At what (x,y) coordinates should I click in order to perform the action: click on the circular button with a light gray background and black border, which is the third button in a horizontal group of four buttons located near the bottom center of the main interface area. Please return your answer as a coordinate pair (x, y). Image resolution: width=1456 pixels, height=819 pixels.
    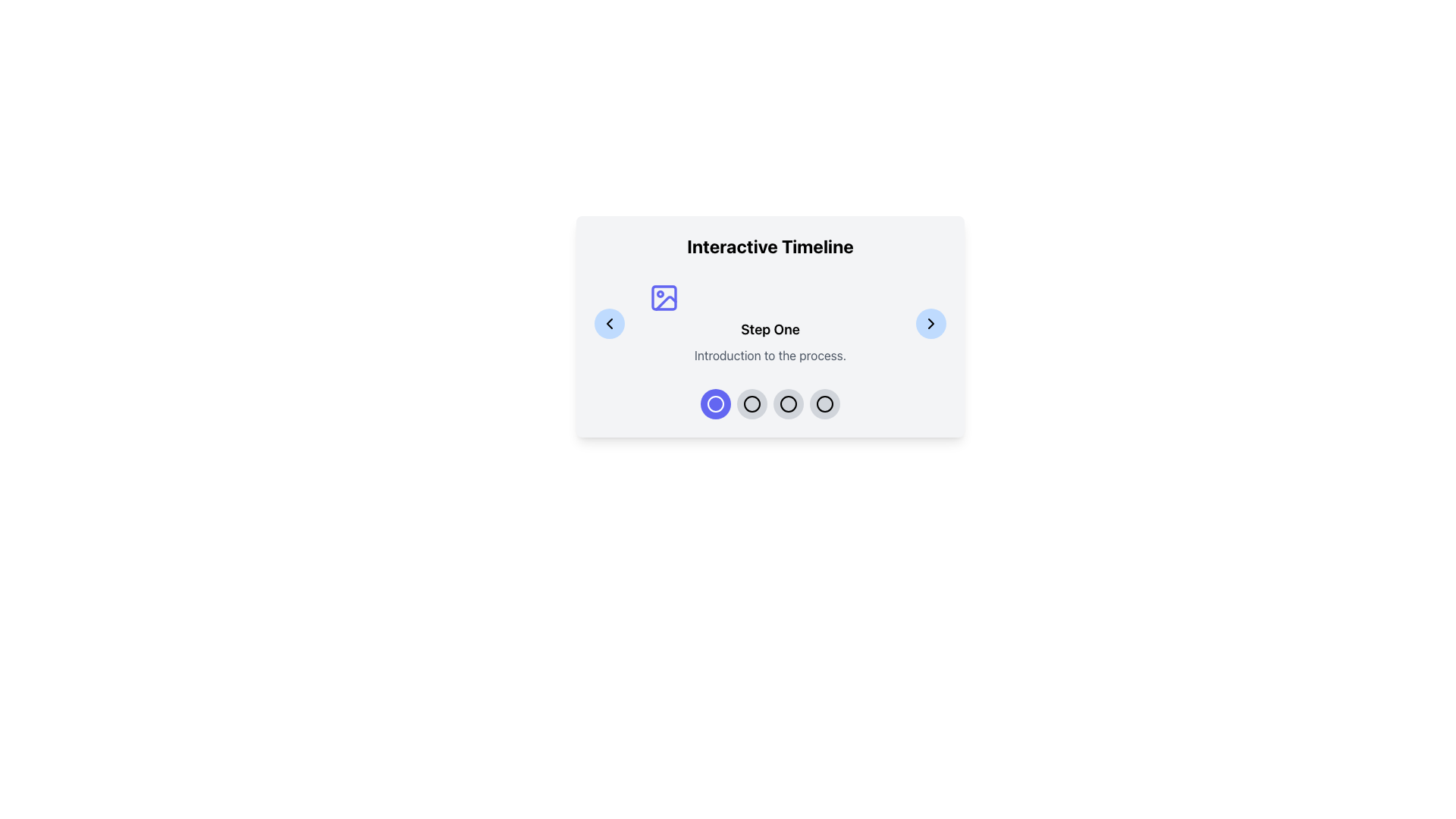
    Looking at the image, I should click on (789, 403).